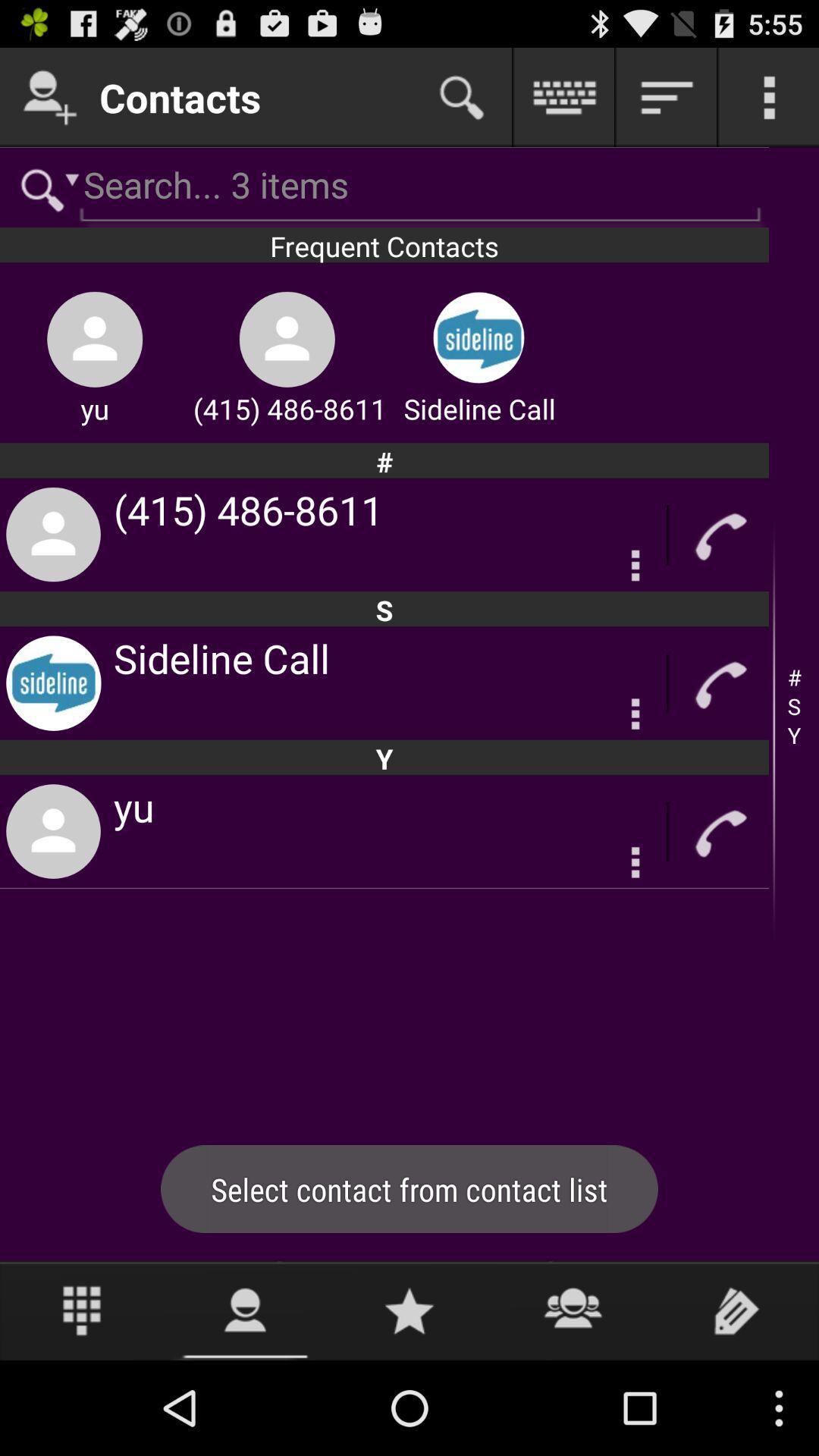 This screenshot has height=1456, width=819. What do you see at coordinates (82, 1401) in the screenshot?
I see `the dialpad icon` at bounding box center [82, 1401].